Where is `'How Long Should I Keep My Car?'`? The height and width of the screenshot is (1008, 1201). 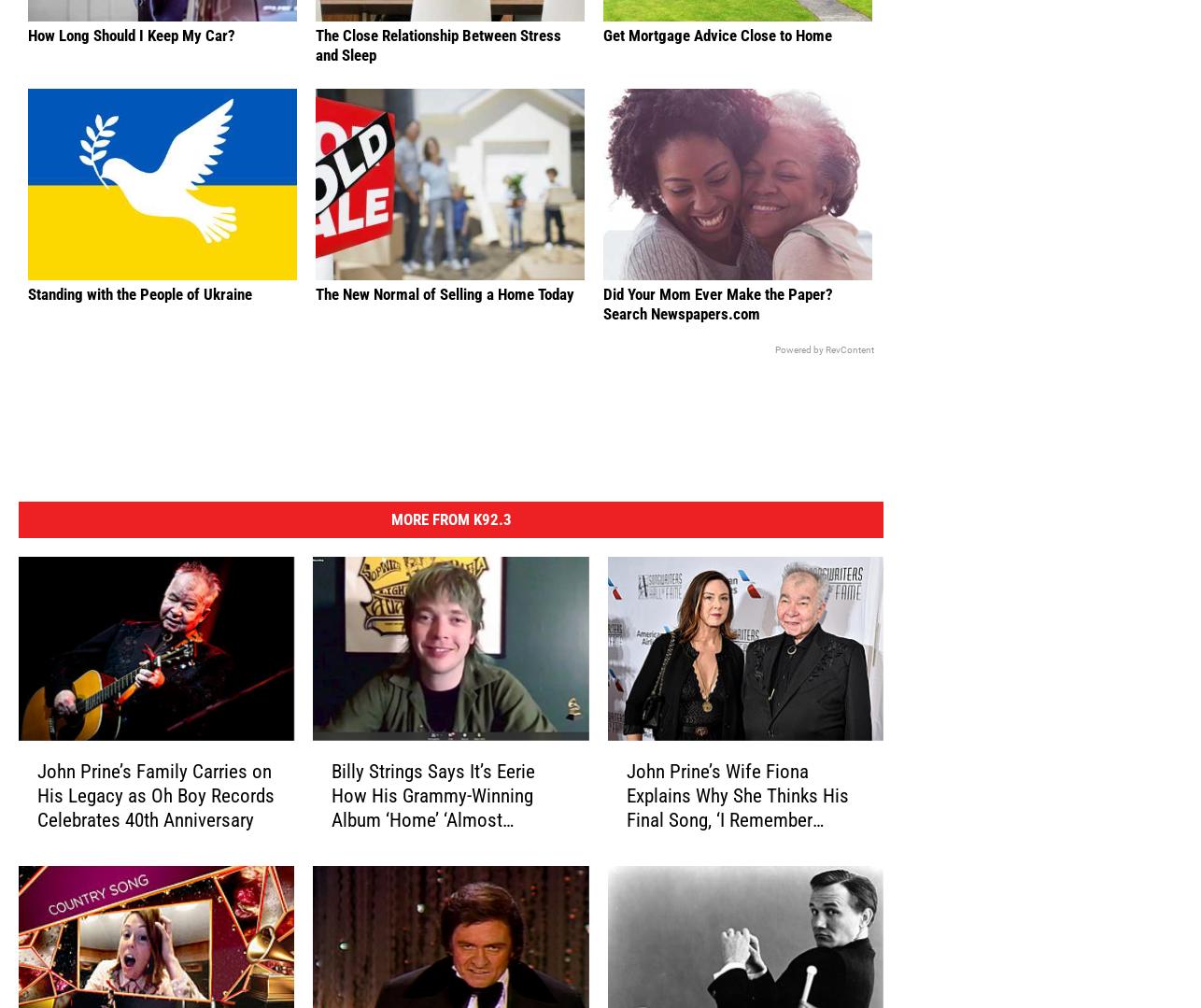 'How Long Should I Keep My Car?' is located at coordinates (131, 63).